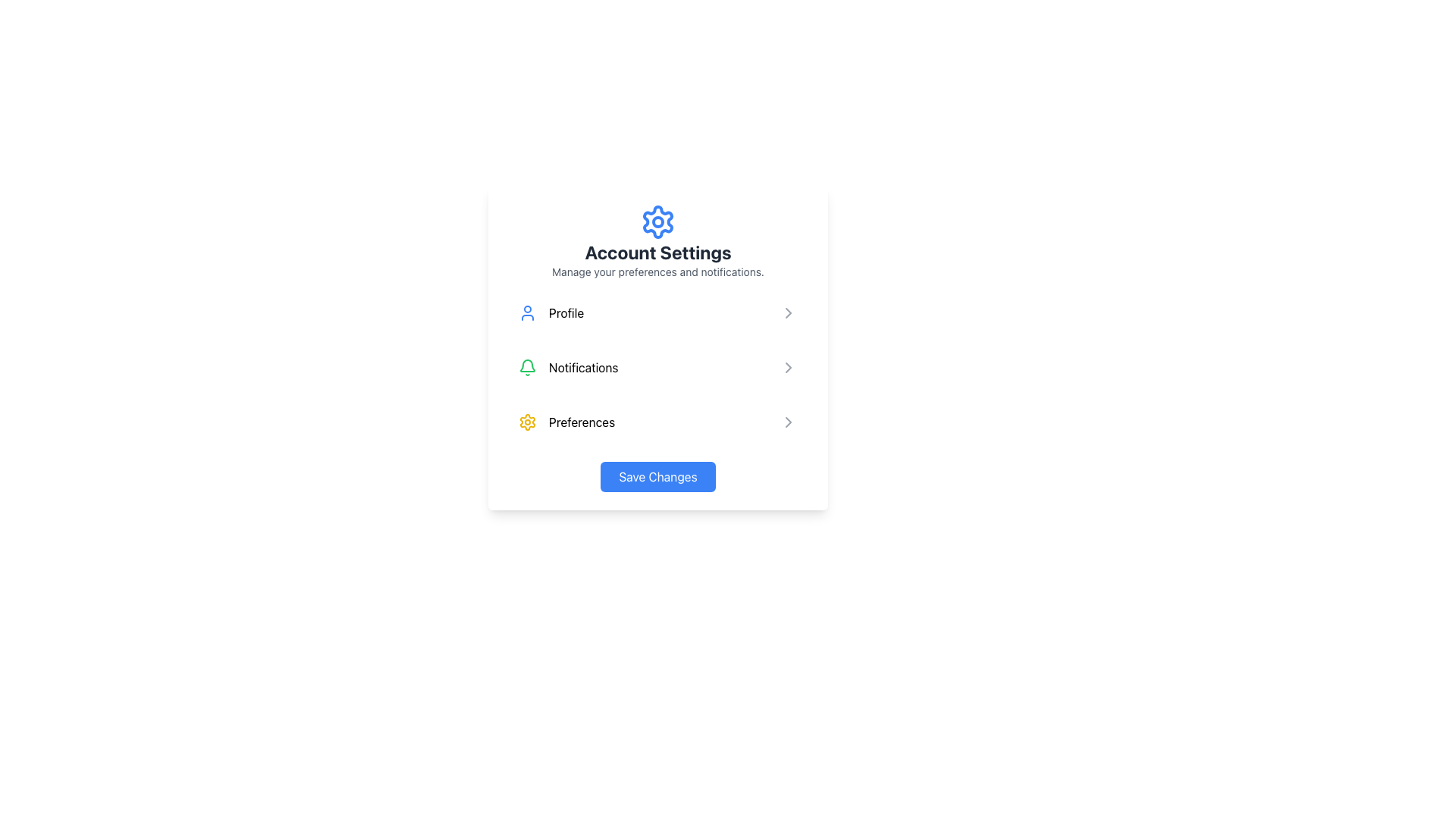  Describe the element at coordinates (528, 368) in the screenshot. I see `the green bell icon located to the left of the 'Notifications' label` at that location.